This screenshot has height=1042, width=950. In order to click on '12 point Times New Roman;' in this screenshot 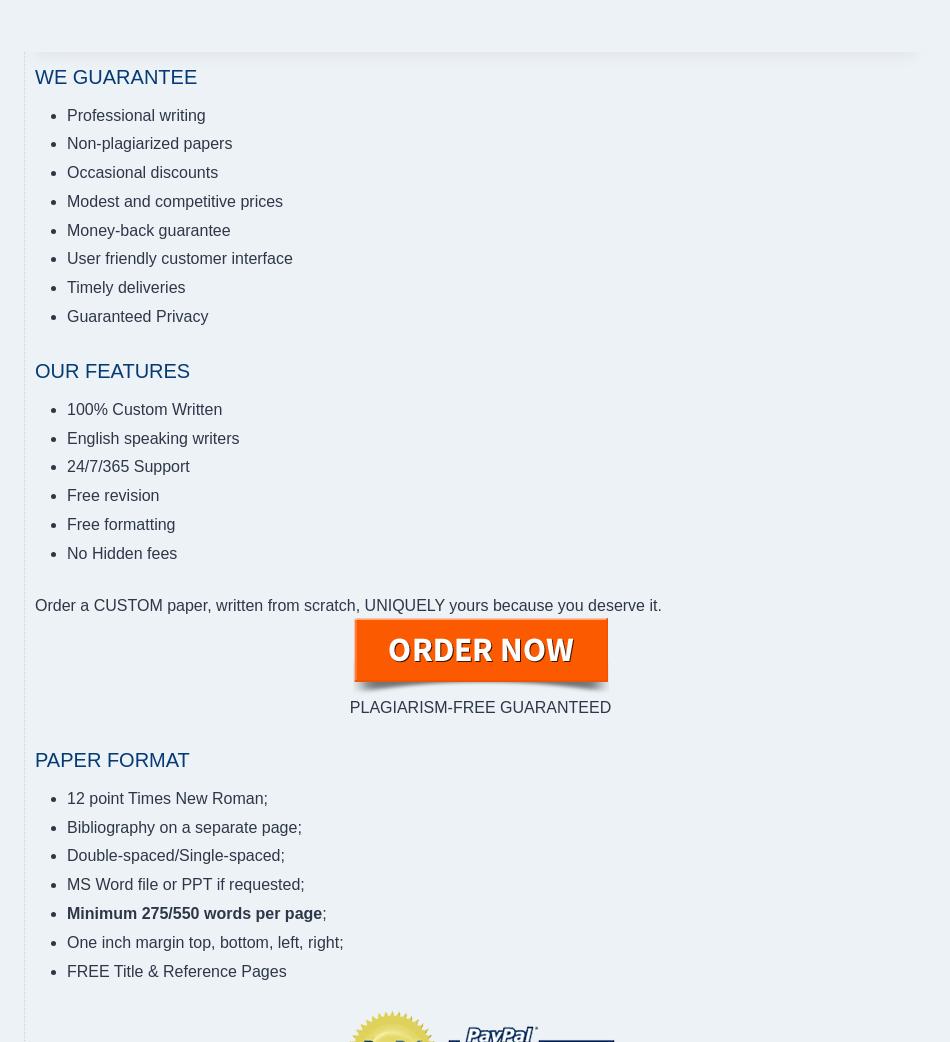, I will do `click(167, 797)`.